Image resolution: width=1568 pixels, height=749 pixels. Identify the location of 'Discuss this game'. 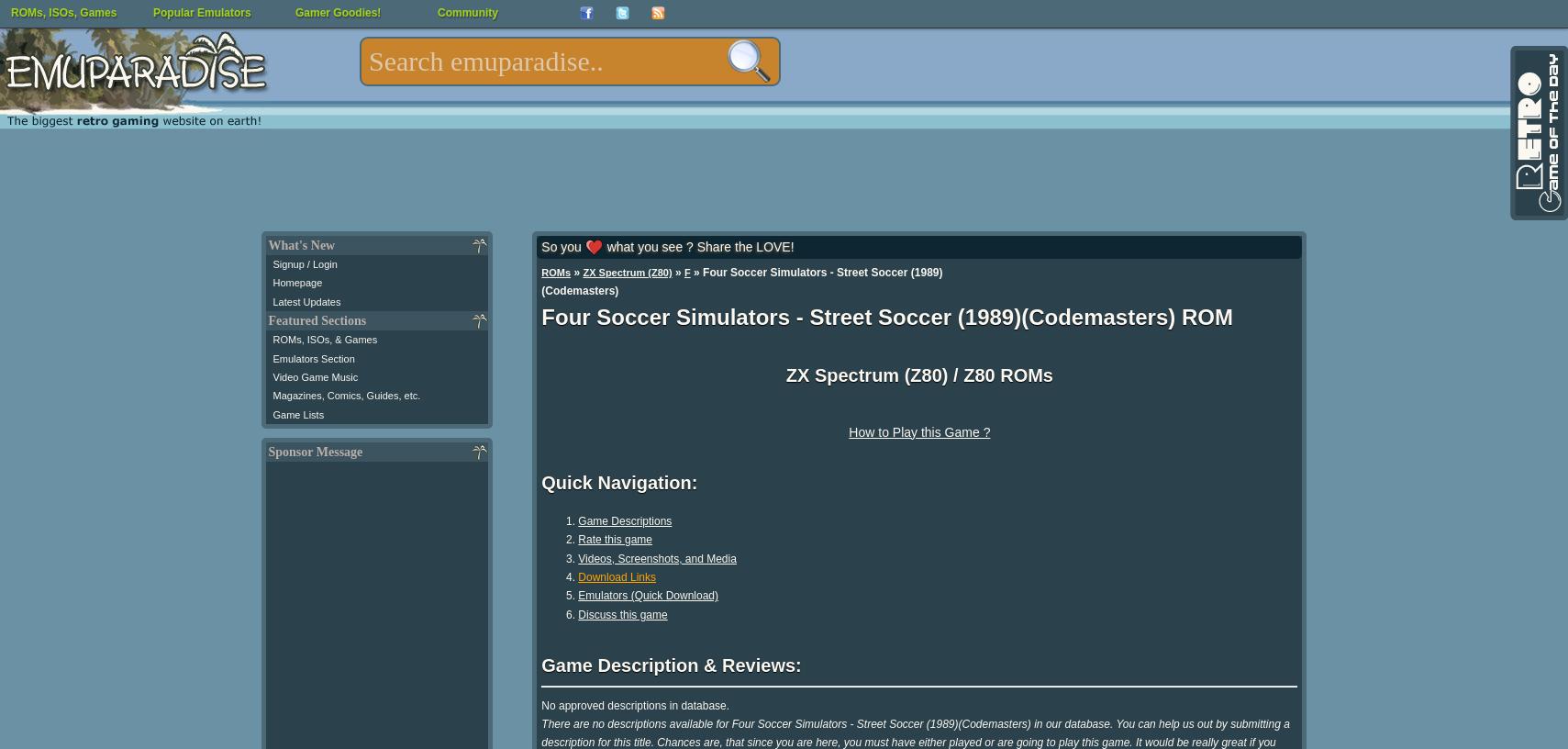
(576, 613).